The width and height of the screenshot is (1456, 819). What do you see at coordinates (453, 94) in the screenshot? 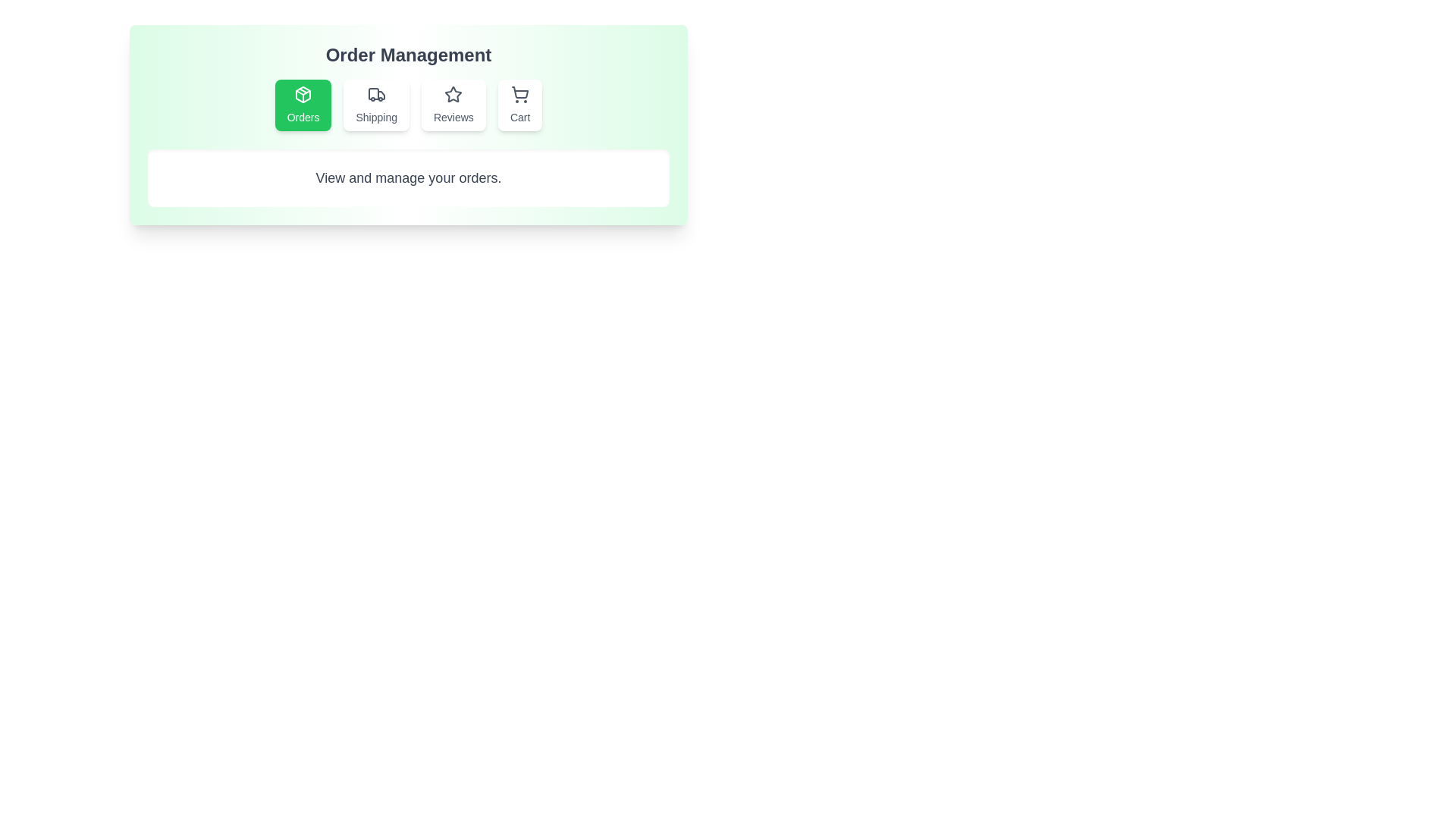
I see `the star icon representing ratings or reviews, which is the third item in the horizontally arranged 'Reviews' options` at bounding box center [453, 94].